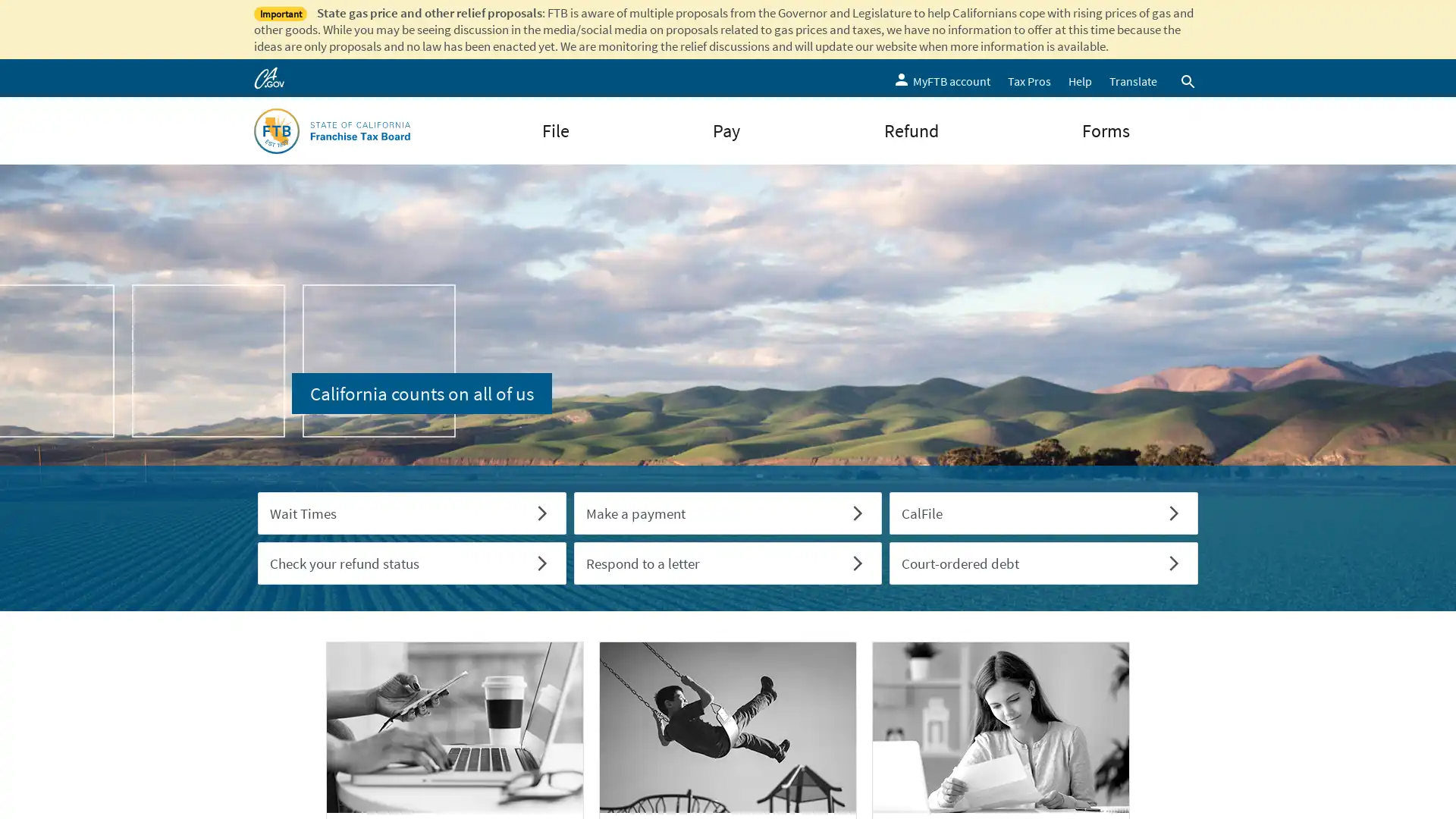 This screenshot has height=819, width=1456. What do you see at coordinates (1186, 81) in the screenshot?
I see `Open search` at bounding box center [1186, 81].